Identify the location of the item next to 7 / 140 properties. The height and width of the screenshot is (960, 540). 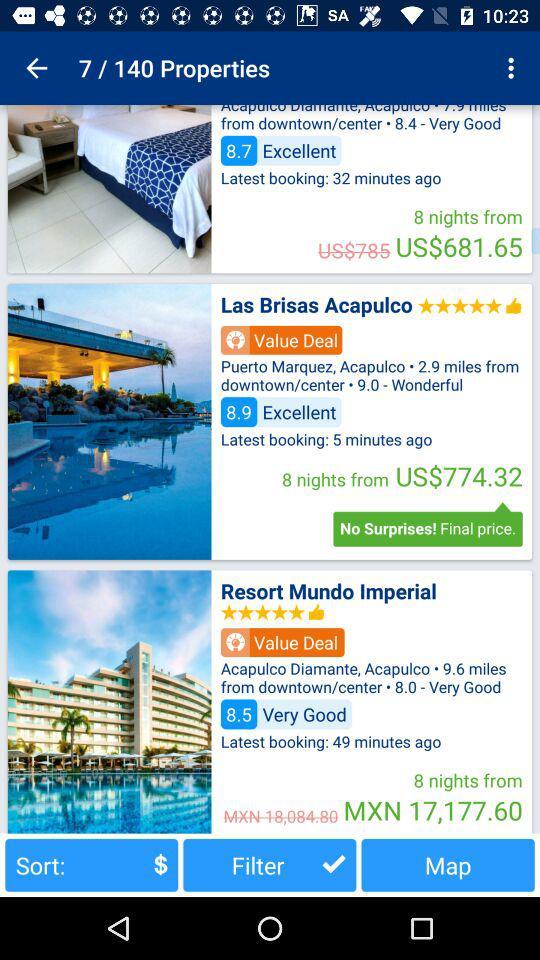
(36, 68).